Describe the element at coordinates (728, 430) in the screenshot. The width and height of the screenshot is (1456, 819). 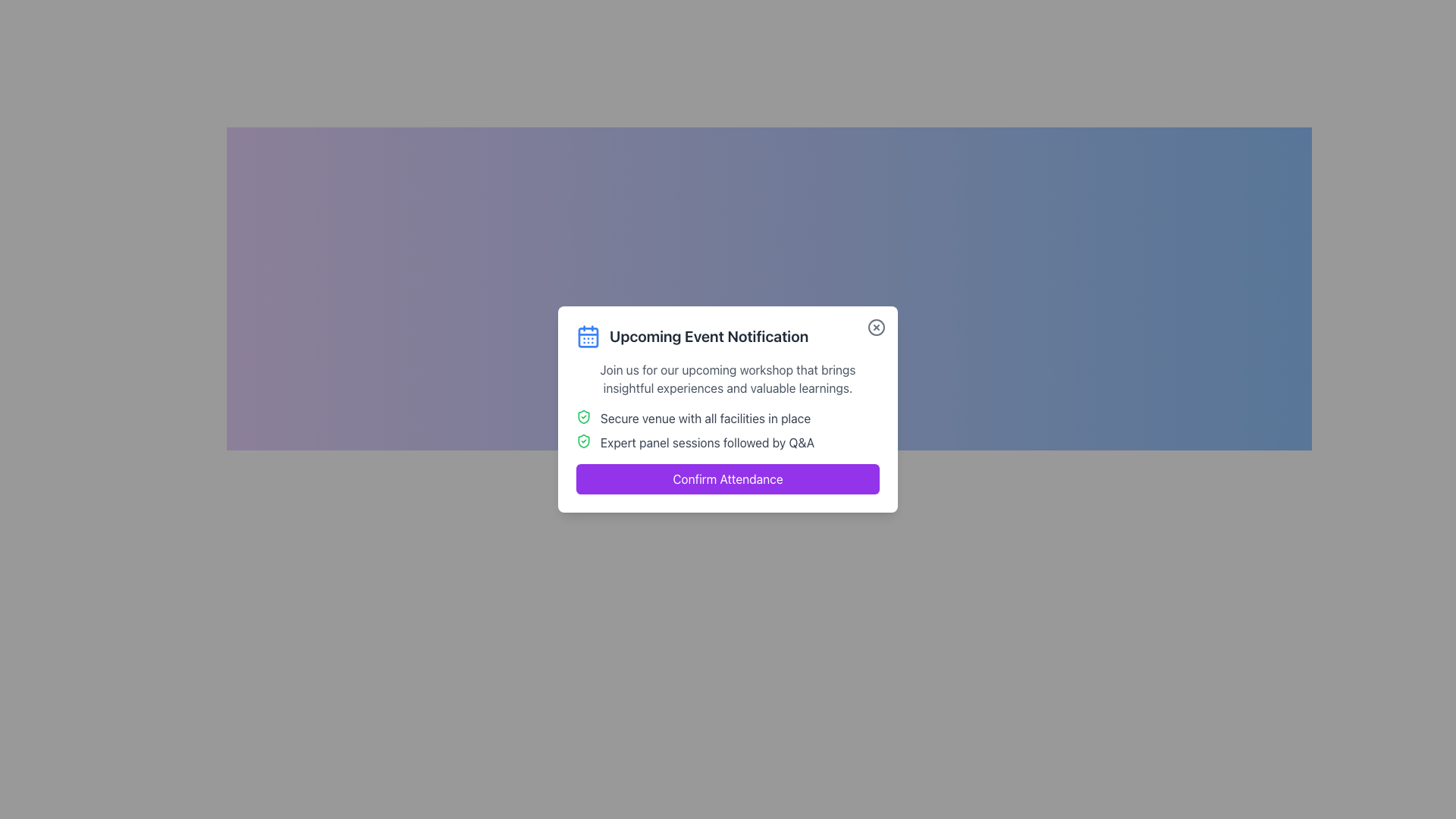
I see `the descriptive text element within the notification card that informs users about event features such as the venue and session format` at that location.